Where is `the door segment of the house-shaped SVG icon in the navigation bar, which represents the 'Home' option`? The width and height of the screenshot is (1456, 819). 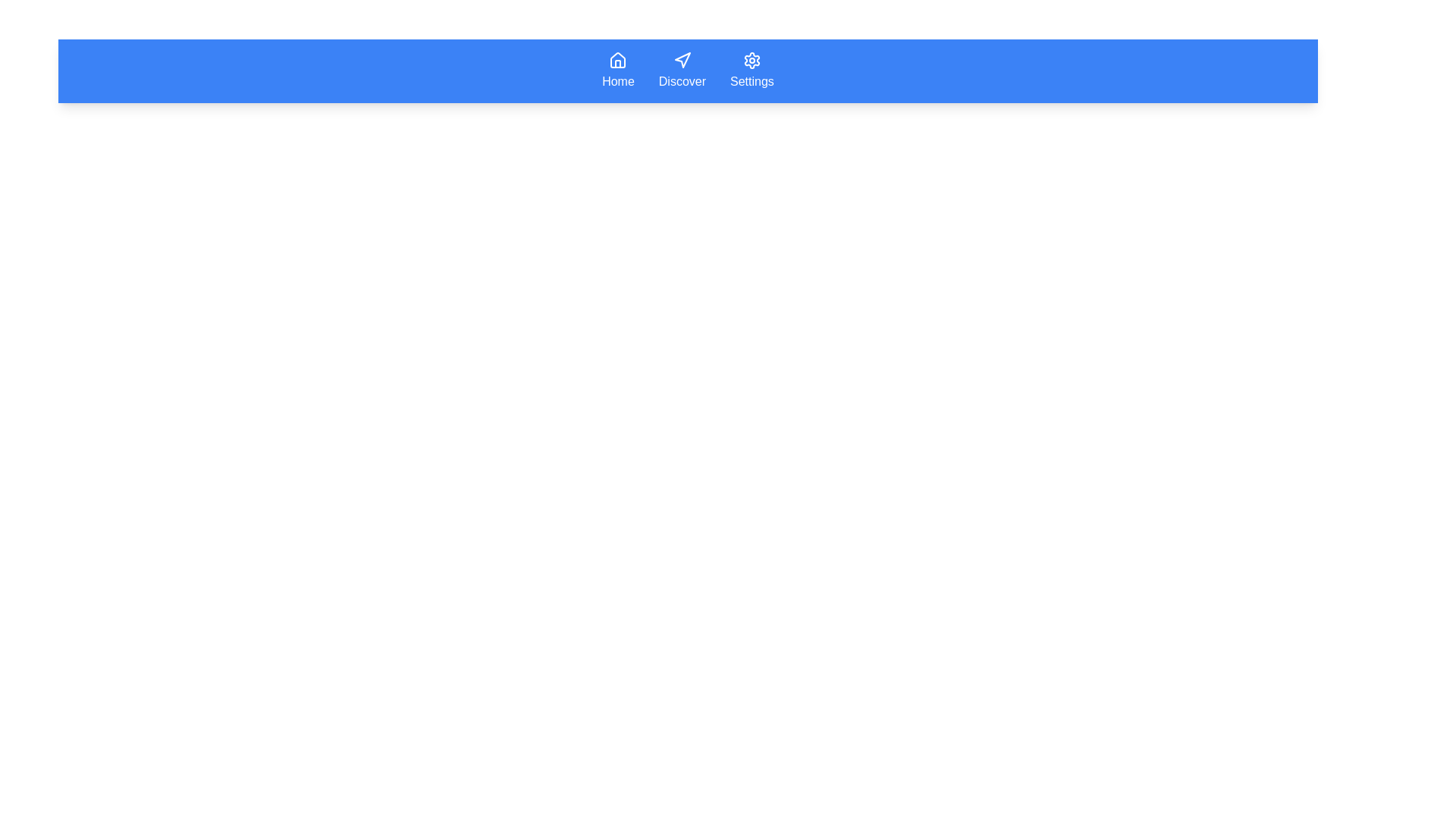
the door segment of the house-shaped SVG icon in the navigation bar, which represents the 'Home' option is located at coordinates (618, 63).